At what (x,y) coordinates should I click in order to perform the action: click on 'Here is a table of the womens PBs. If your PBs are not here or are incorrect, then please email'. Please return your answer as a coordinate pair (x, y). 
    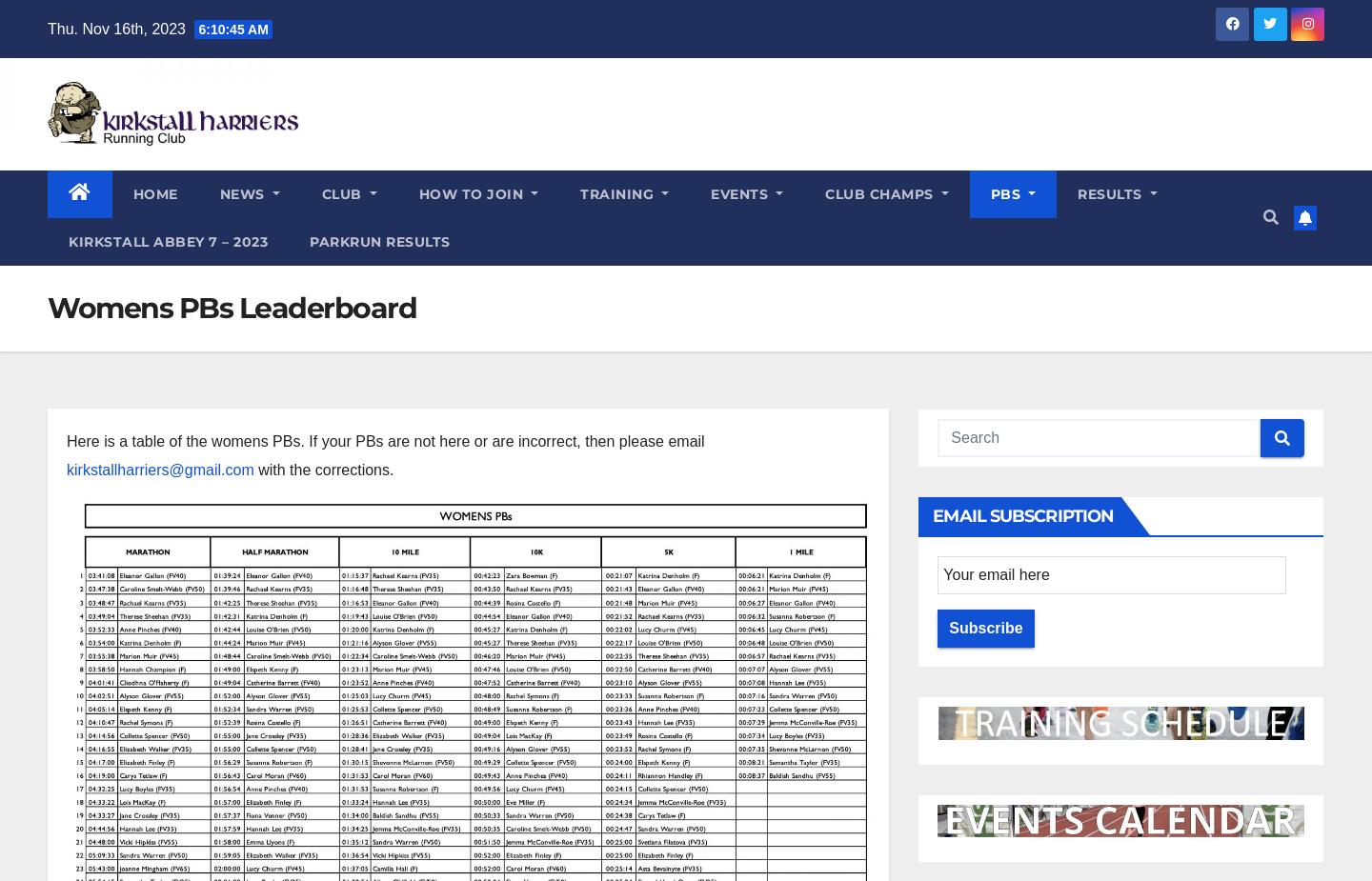
    Looking at the image, I should click on (384, 440).